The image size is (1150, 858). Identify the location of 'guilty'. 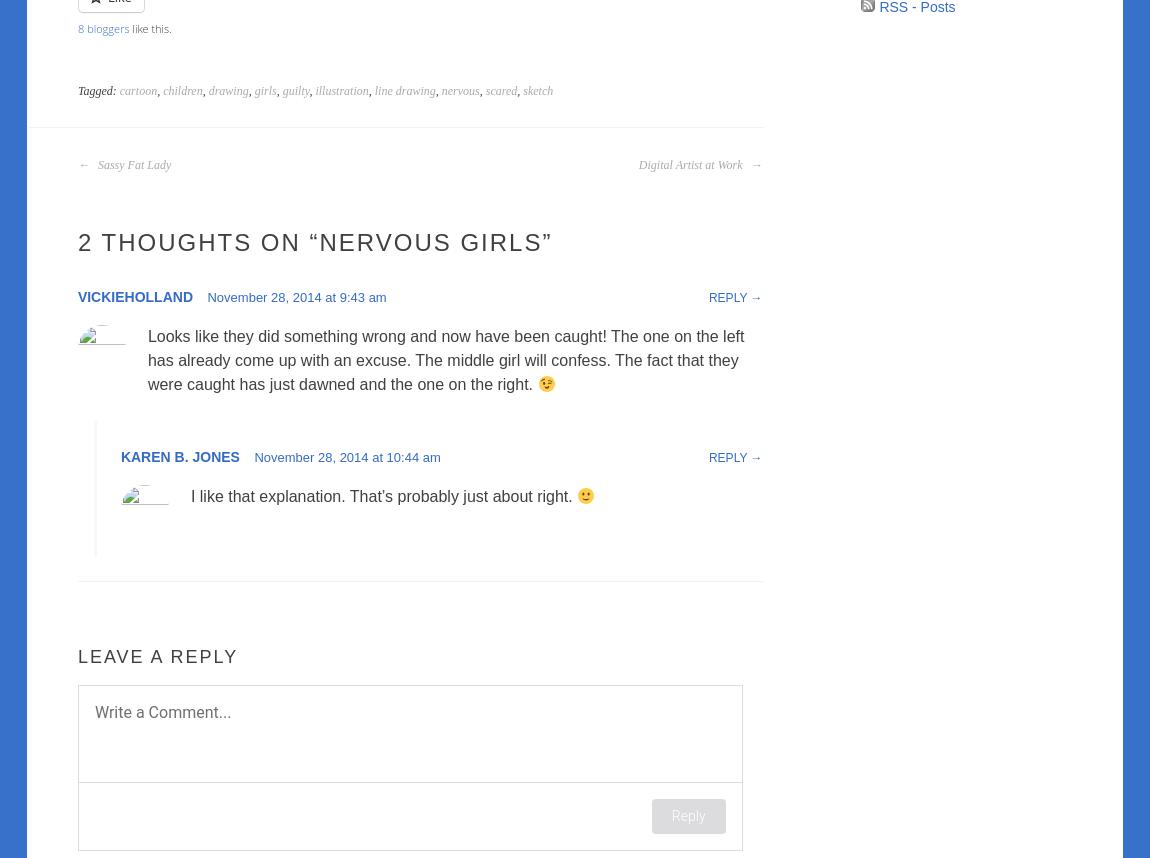
(295, 91).